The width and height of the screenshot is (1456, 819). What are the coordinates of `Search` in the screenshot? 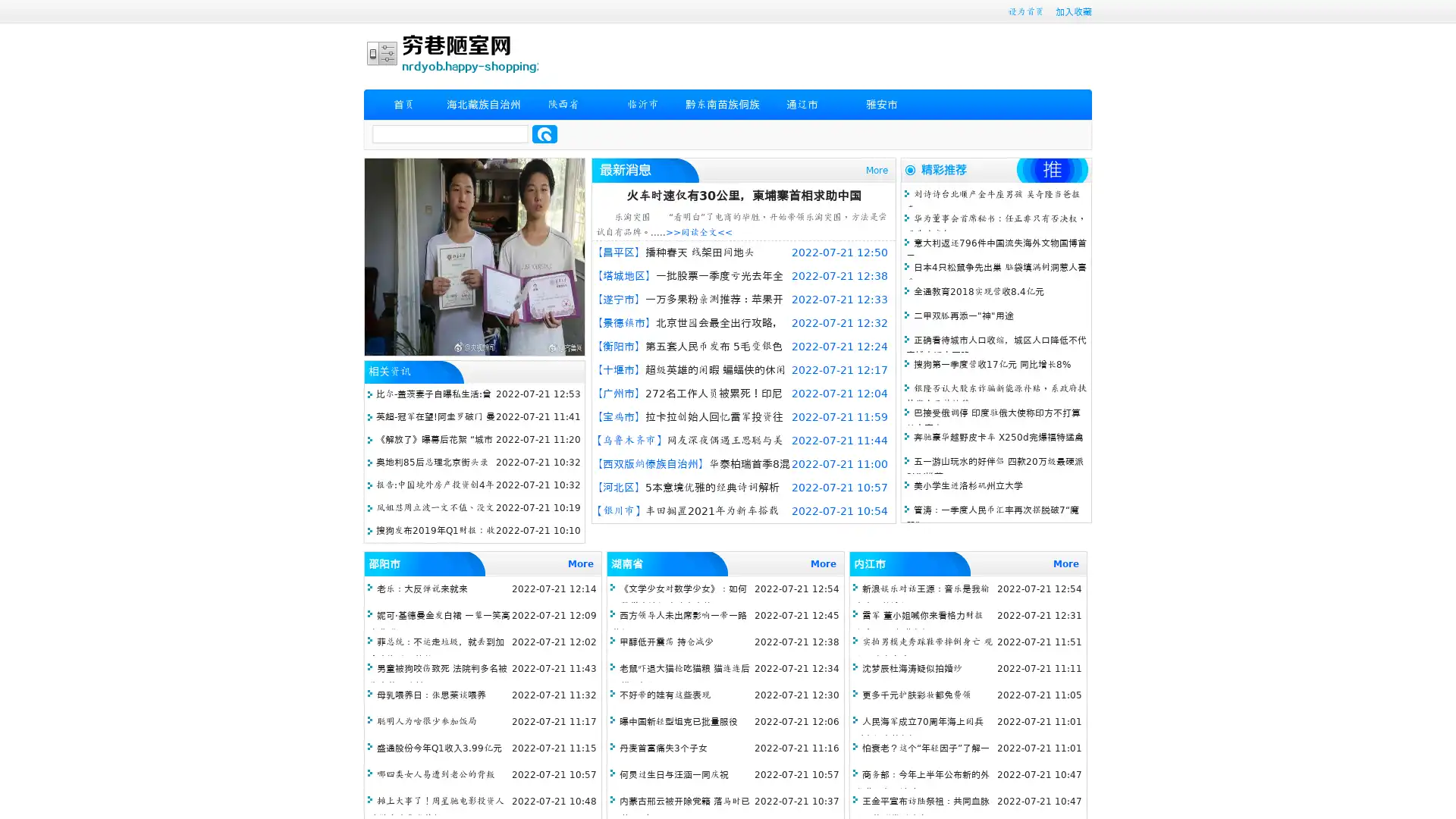 It's located at (544, 133).